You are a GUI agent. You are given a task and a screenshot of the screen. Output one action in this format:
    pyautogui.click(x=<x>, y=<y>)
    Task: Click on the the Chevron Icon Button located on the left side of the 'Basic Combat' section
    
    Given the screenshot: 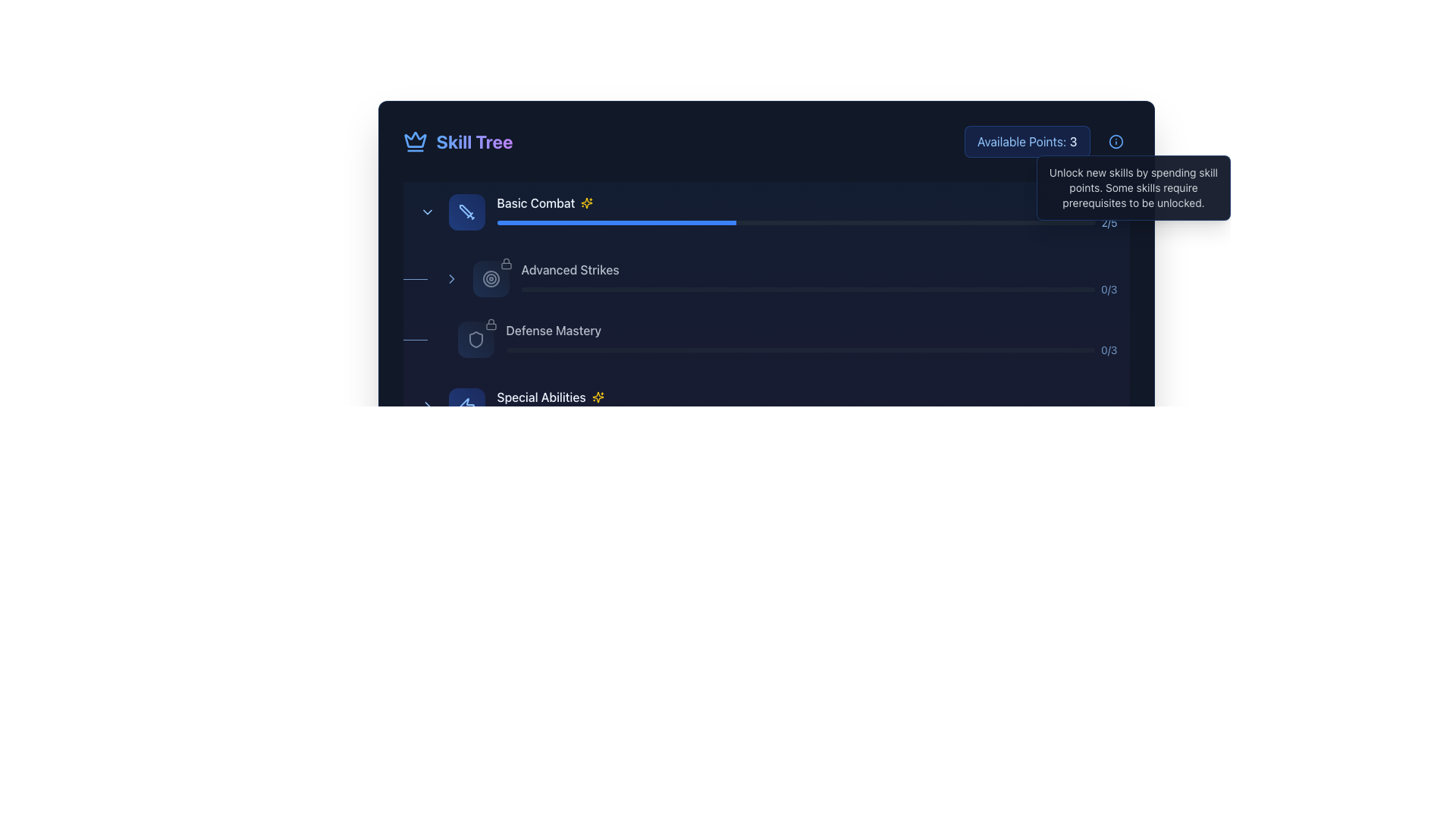 What is the action you would take?
    pyautogui.click(x=426, y=212)
    